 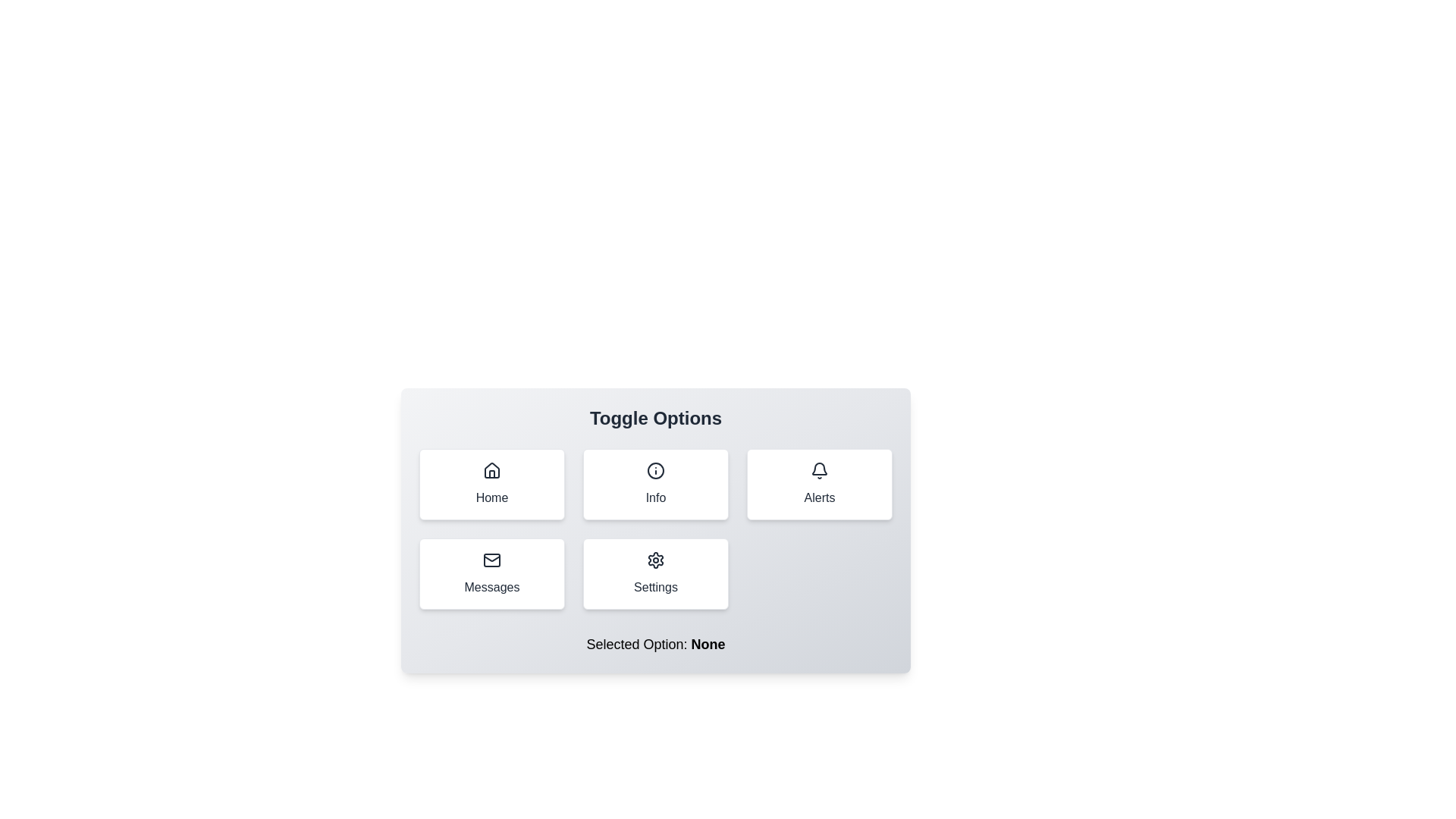 What do you see at coordinates (491, 485) in the screenshot?
I see `the 'Home' button, which is a rectangular button with rounded corners, a white background, and an icon of a house above the text 'Home' in dark gray color` at bounding box center [491, 485].